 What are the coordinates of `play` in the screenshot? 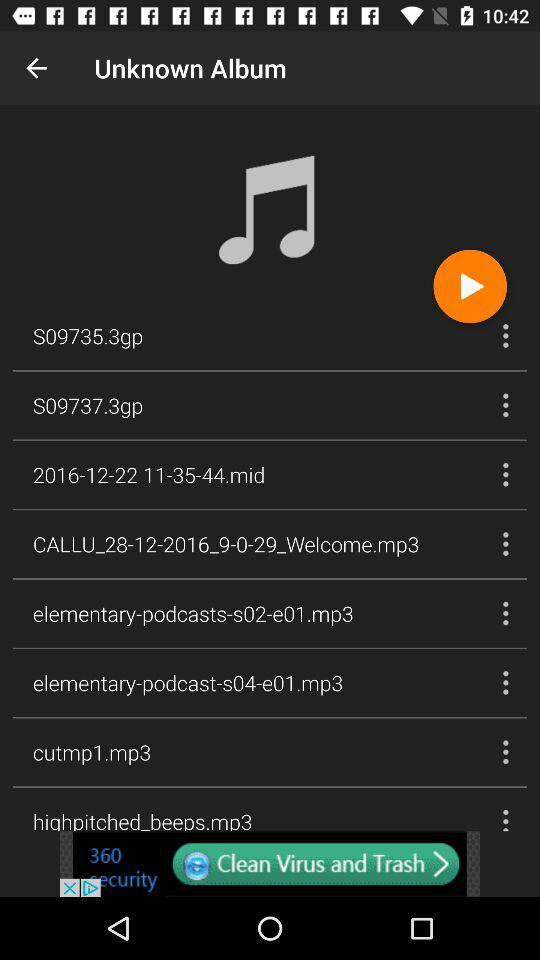 It's located at (470, 285).